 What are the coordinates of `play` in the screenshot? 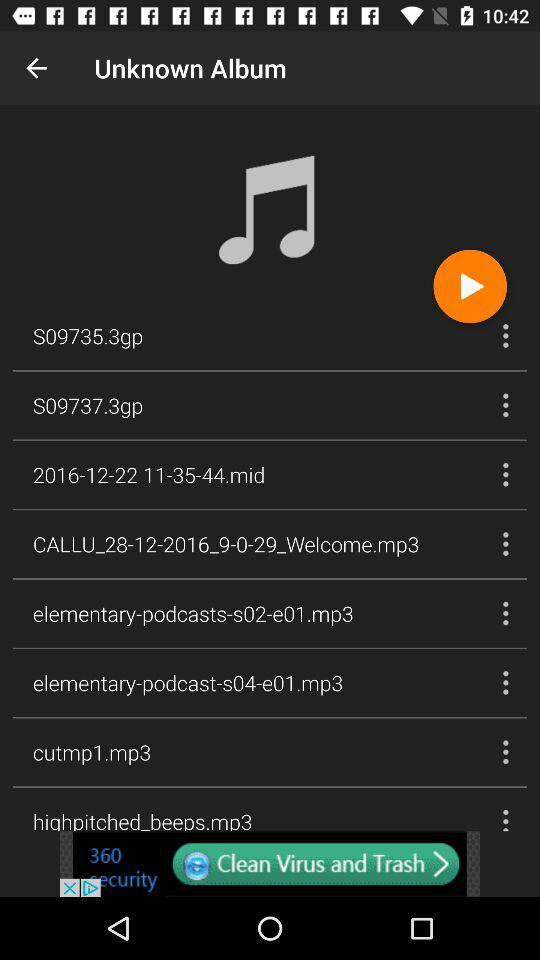 It's located at (470, 285).